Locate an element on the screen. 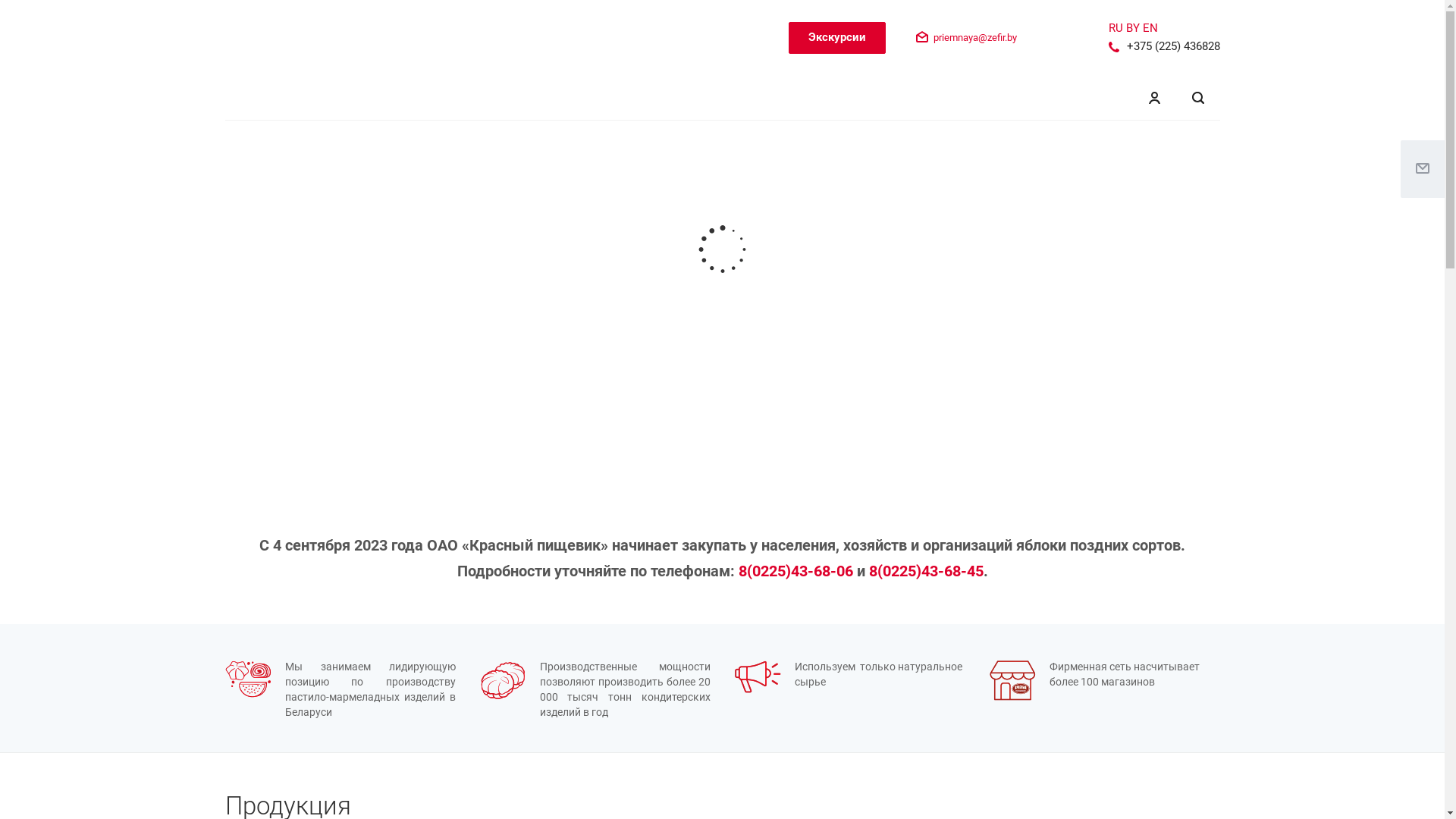 The height and width of the screenshot is (819, 1456). '8(0225)43-68-06' is located at coordinates (795, 570).